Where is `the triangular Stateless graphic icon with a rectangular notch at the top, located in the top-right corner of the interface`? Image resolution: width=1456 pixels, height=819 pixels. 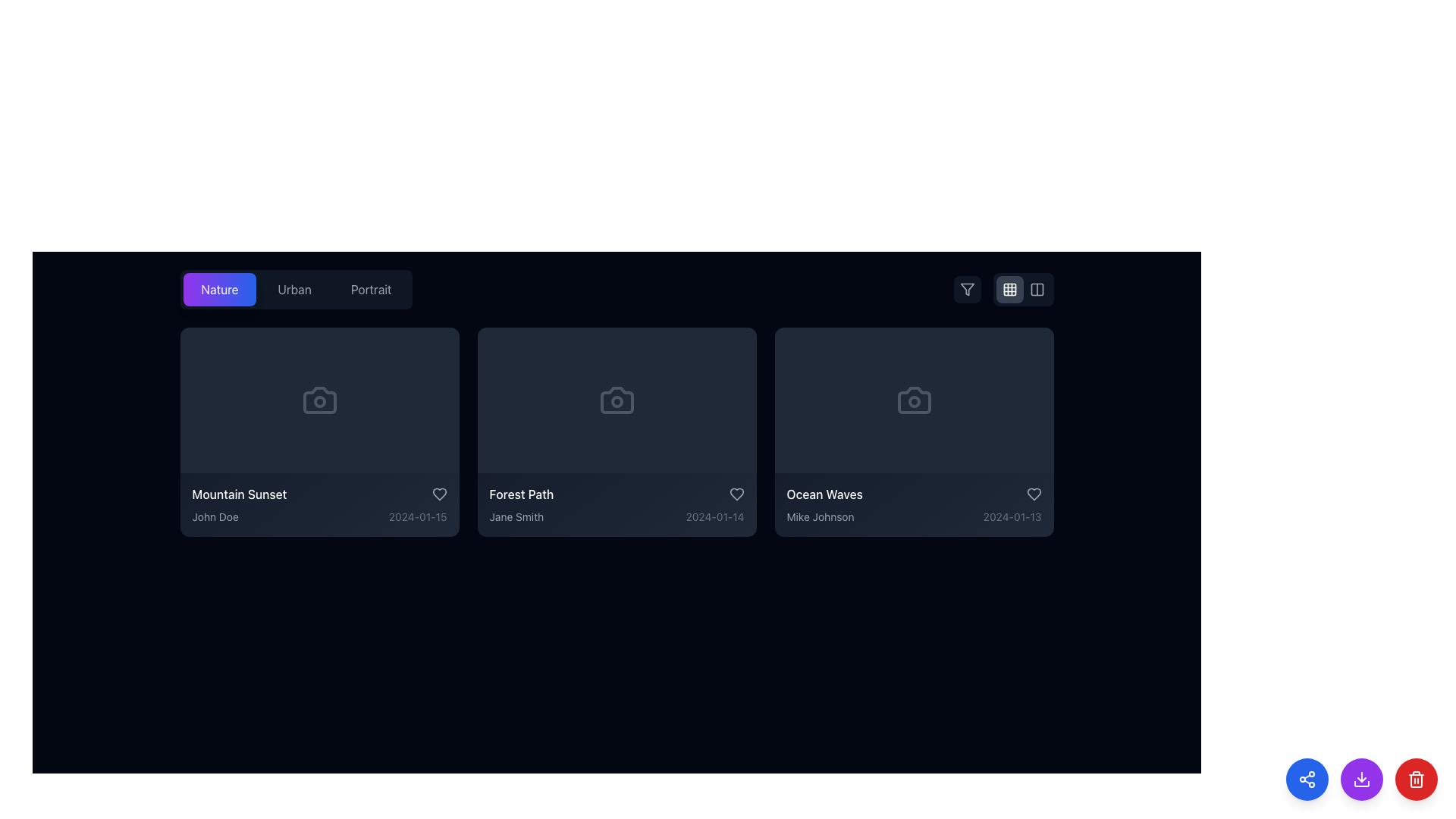 the triangular Stateless graphic icon with a rectangular notch at the top, located in the top-right corner of the interface is located at coordinates (966, 289).